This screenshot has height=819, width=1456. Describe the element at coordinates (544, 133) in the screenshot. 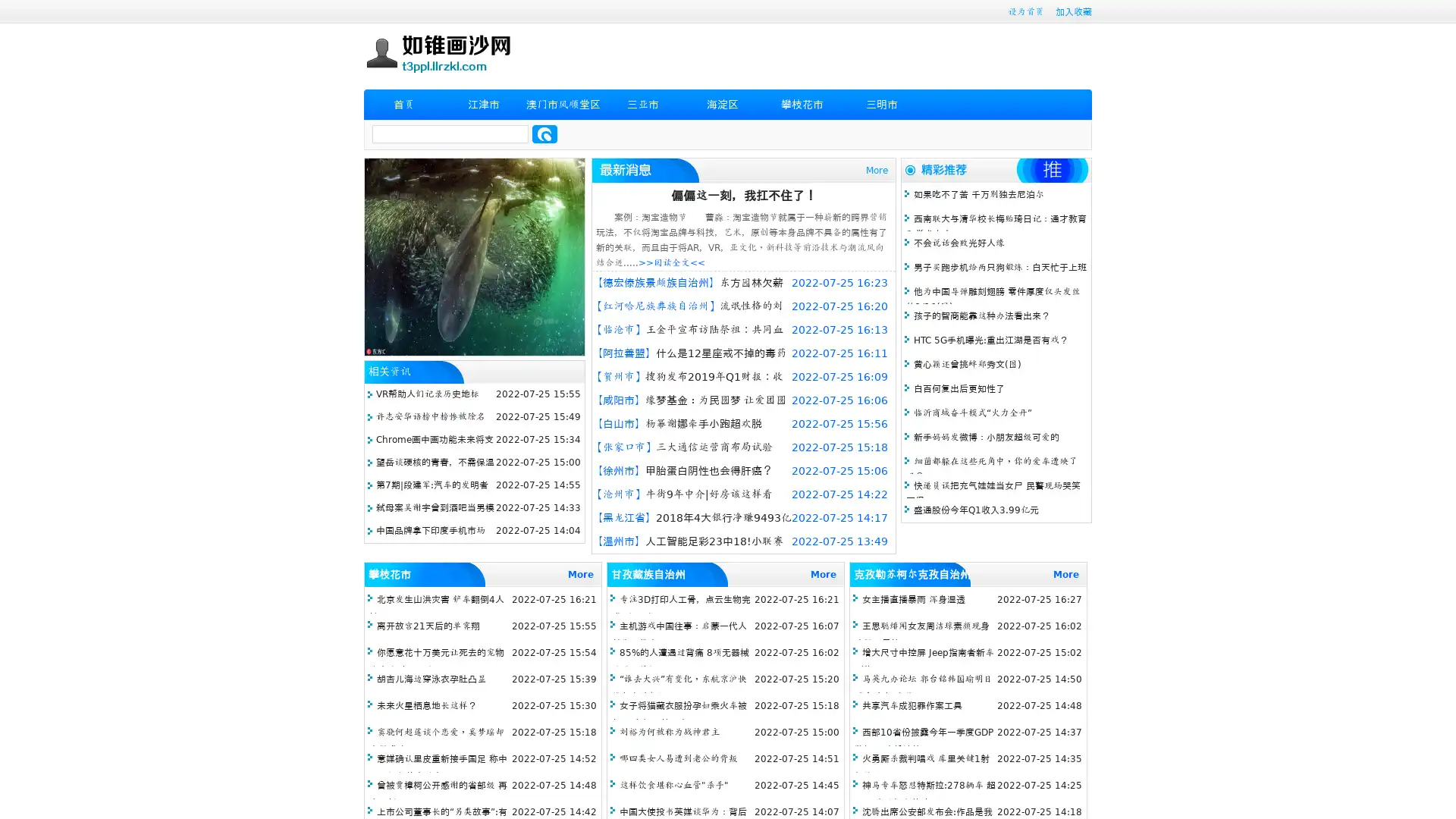

I see `Search` at that location.